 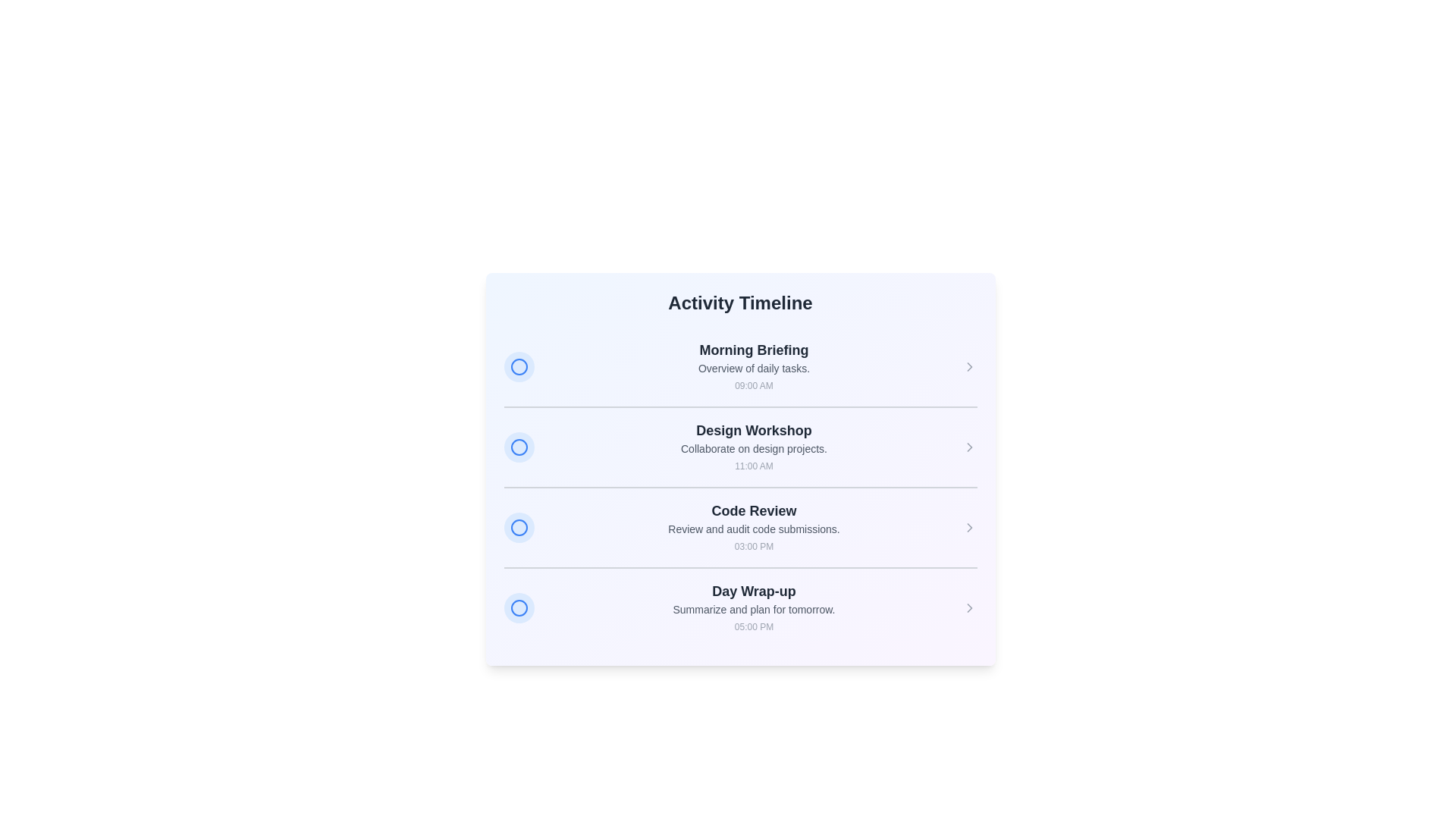 What do you see at coordinates (968, 447) in the screenshot?
I see `the minimalist gray chevron icon pointing to the right, located at the far right side of the 'Design Workshop' list entry` at bounding box center [968, 447].